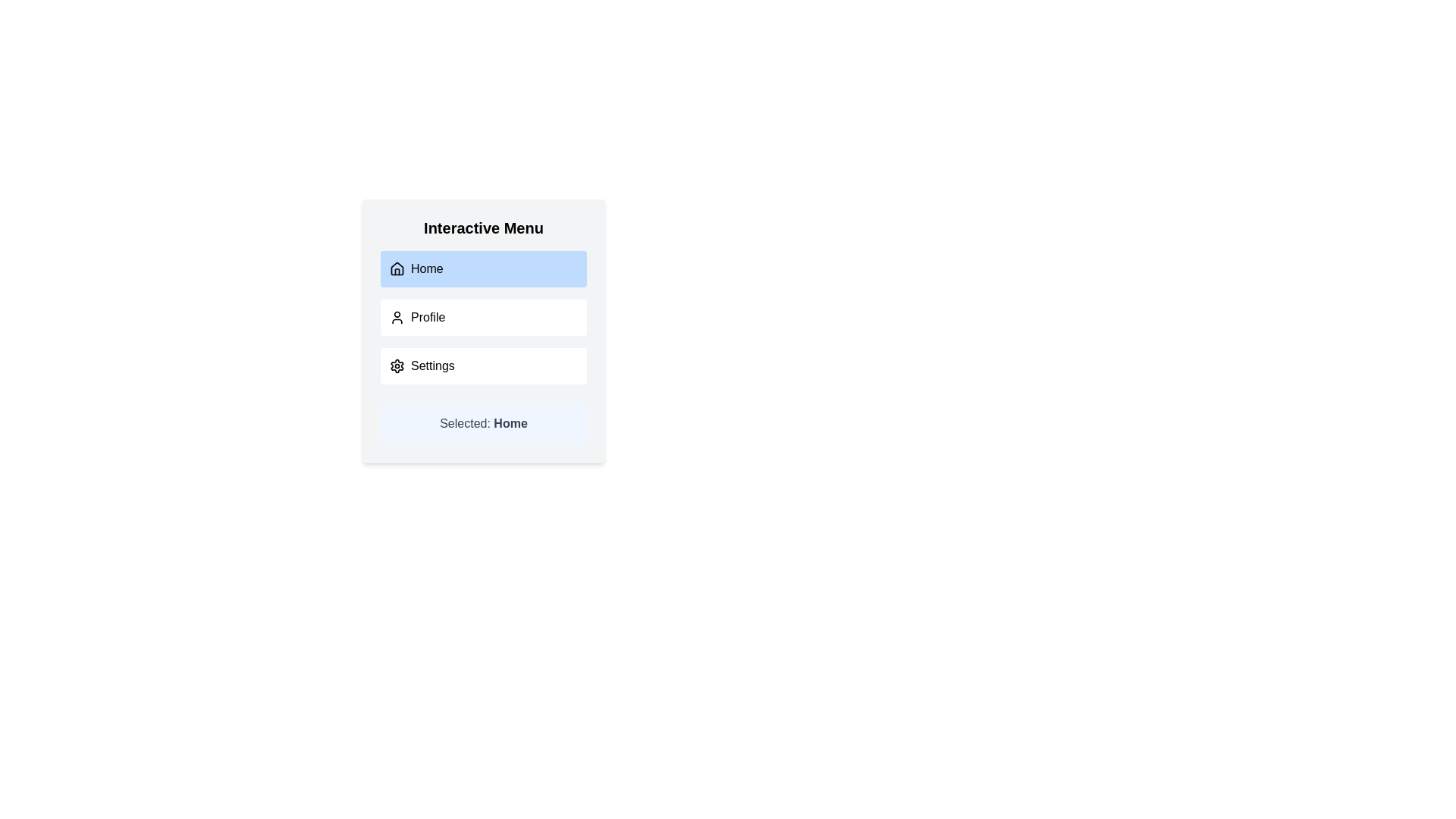 The width and height of the screenshot is (1456, 819). I want to click on the 'Profile' navigation button located in the 'Interactive Menu' section, which is the second item in a vertical list, so click(483, 317).